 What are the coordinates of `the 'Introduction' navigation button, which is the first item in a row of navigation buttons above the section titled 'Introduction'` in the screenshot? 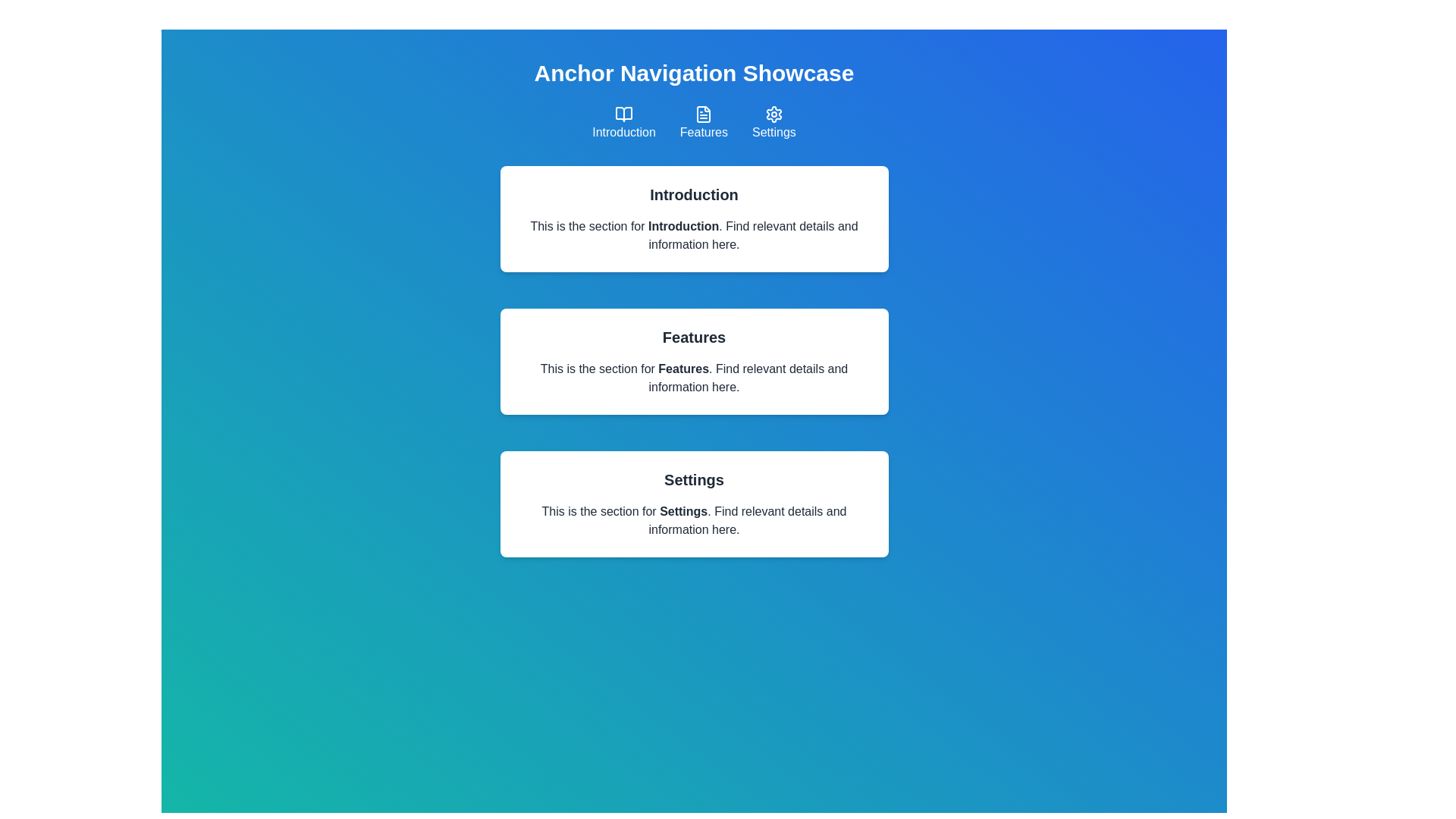 It's located at (624, 122).